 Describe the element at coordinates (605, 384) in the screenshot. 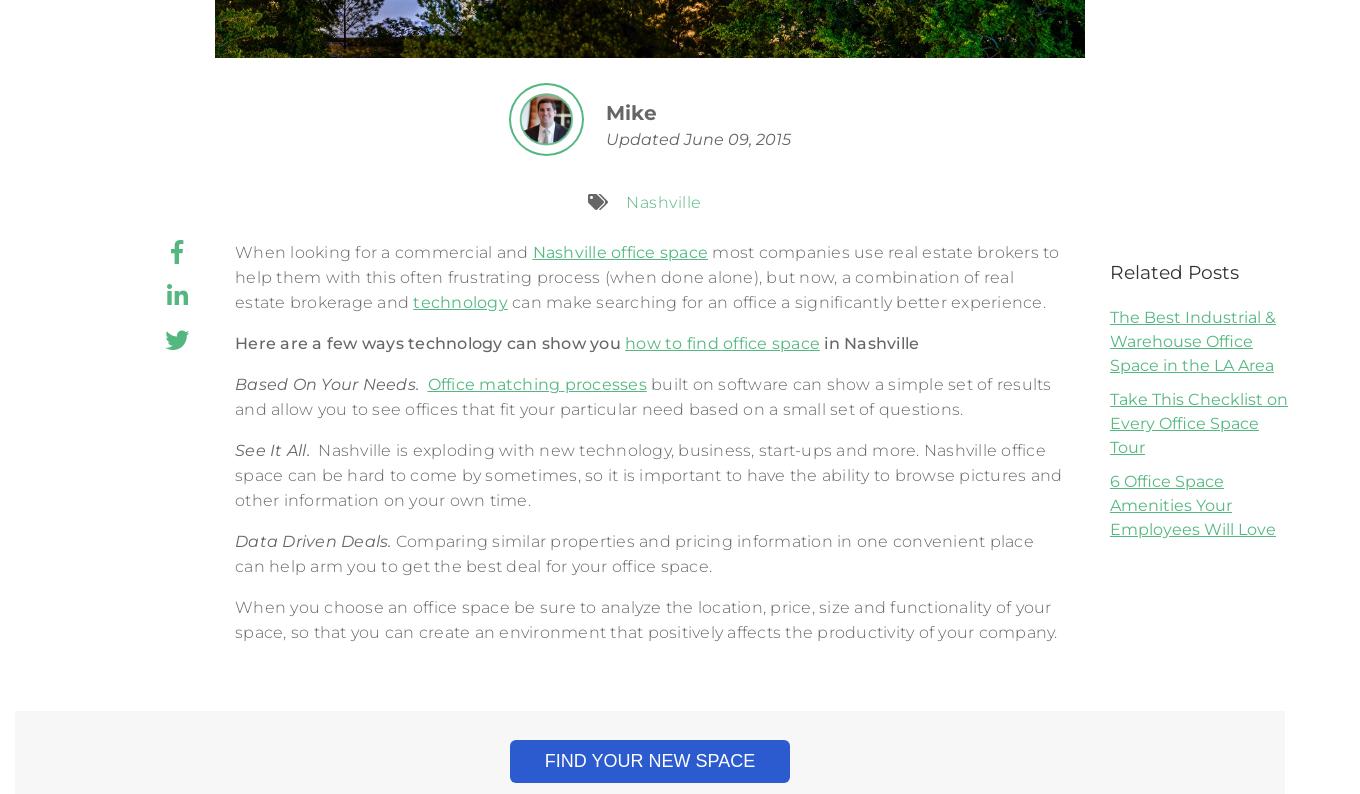

I see `'processes'` at that location.